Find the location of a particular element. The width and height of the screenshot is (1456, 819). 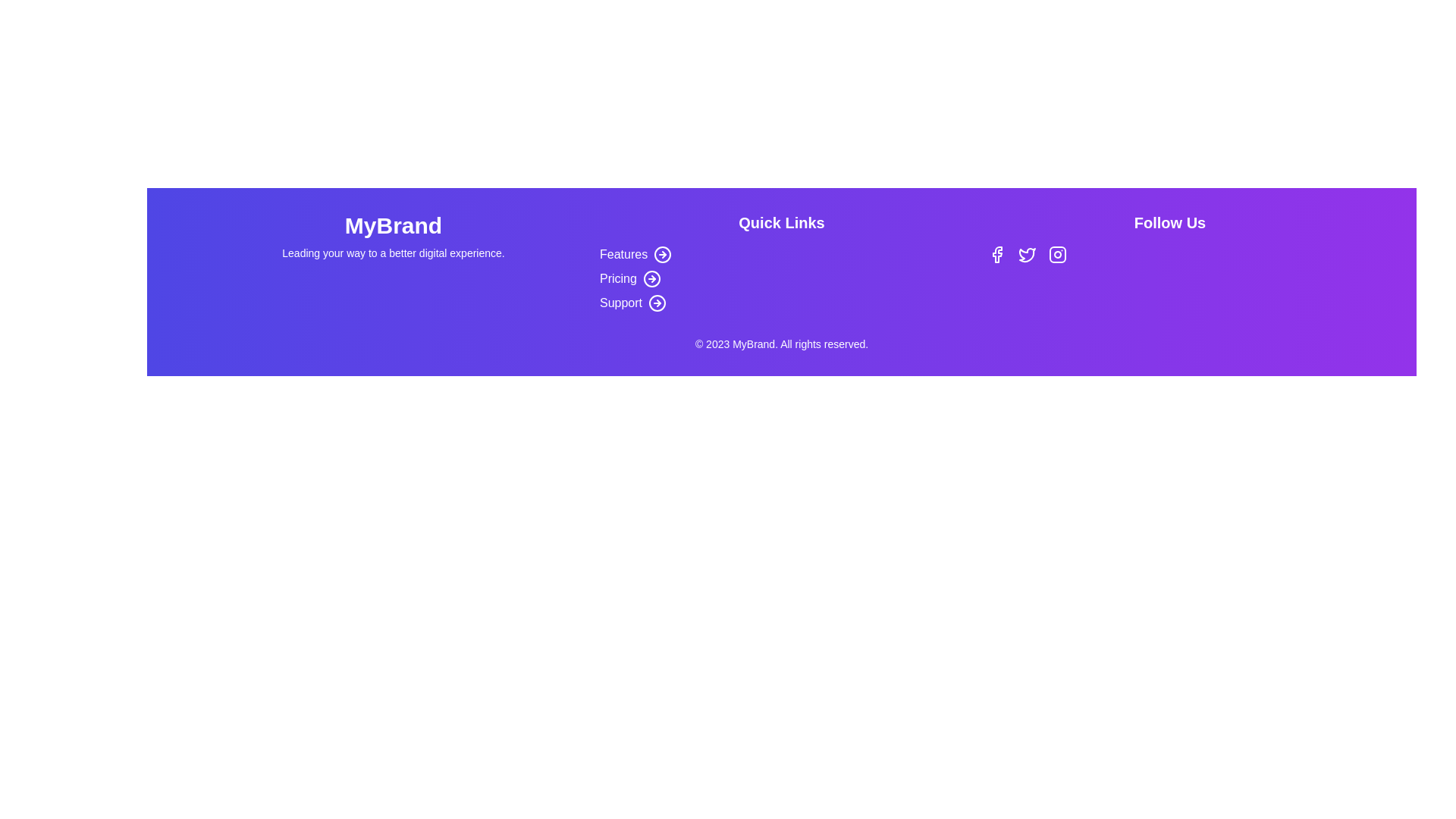

the circular arrow icon pointing to the right, which is located next to the 'Pricing' text in the 'Quick Links' section of the interface is located at coordinates (651, 278).